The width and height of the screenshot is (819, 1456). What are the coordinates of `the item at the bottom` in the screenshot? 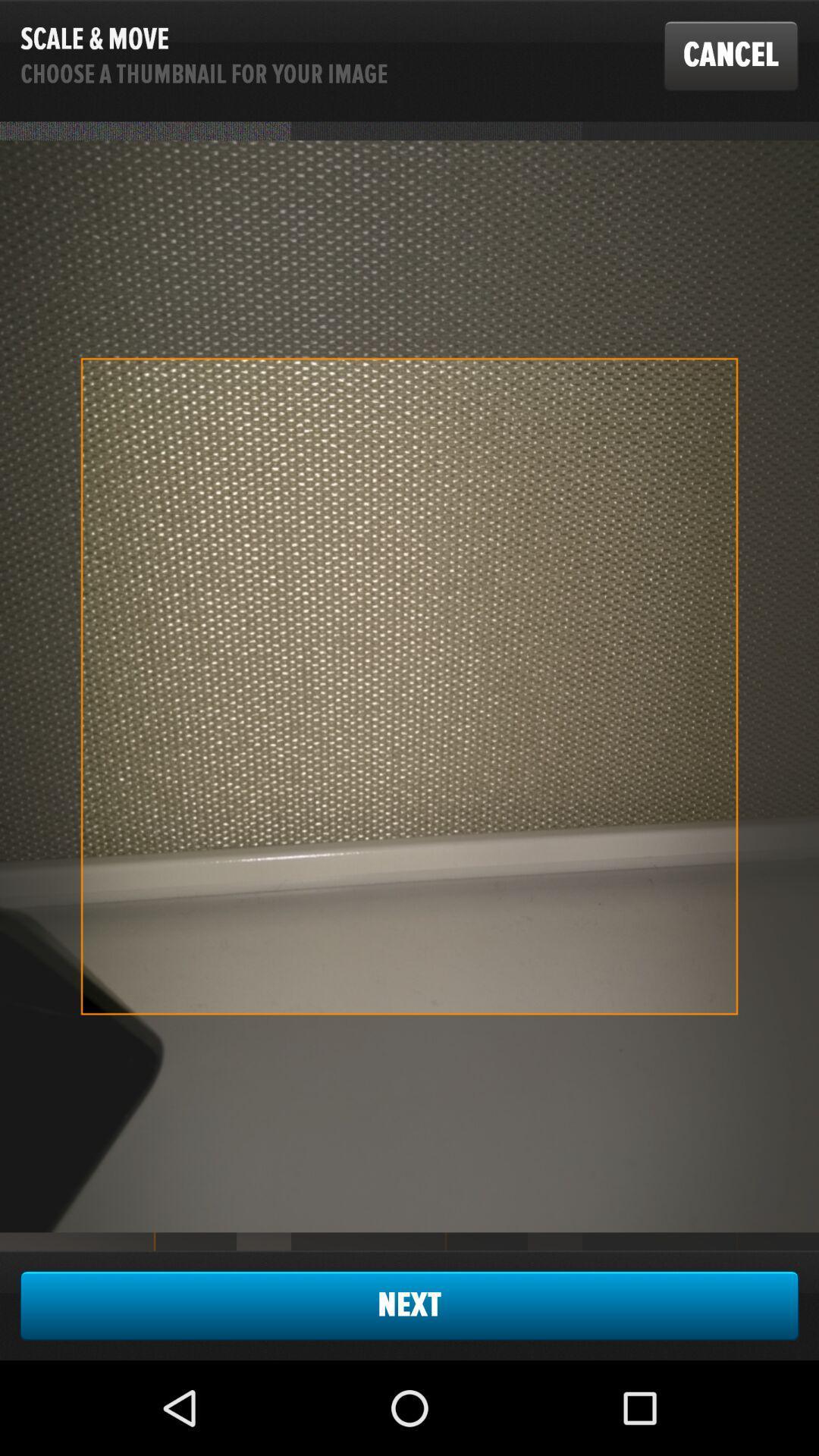 It's located at (409, 1304).